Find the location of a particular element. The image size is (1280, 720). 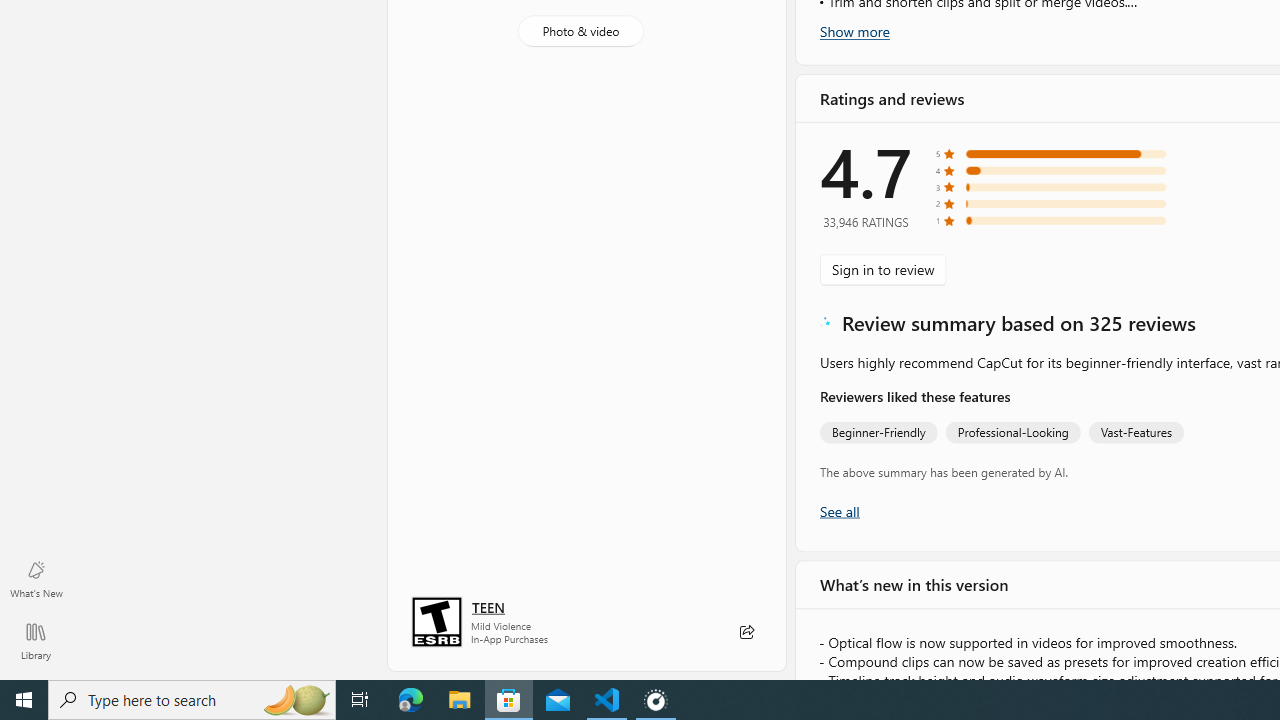

'Age rating: TEEN. Click for more information.' is located at coordinates (488, 605).